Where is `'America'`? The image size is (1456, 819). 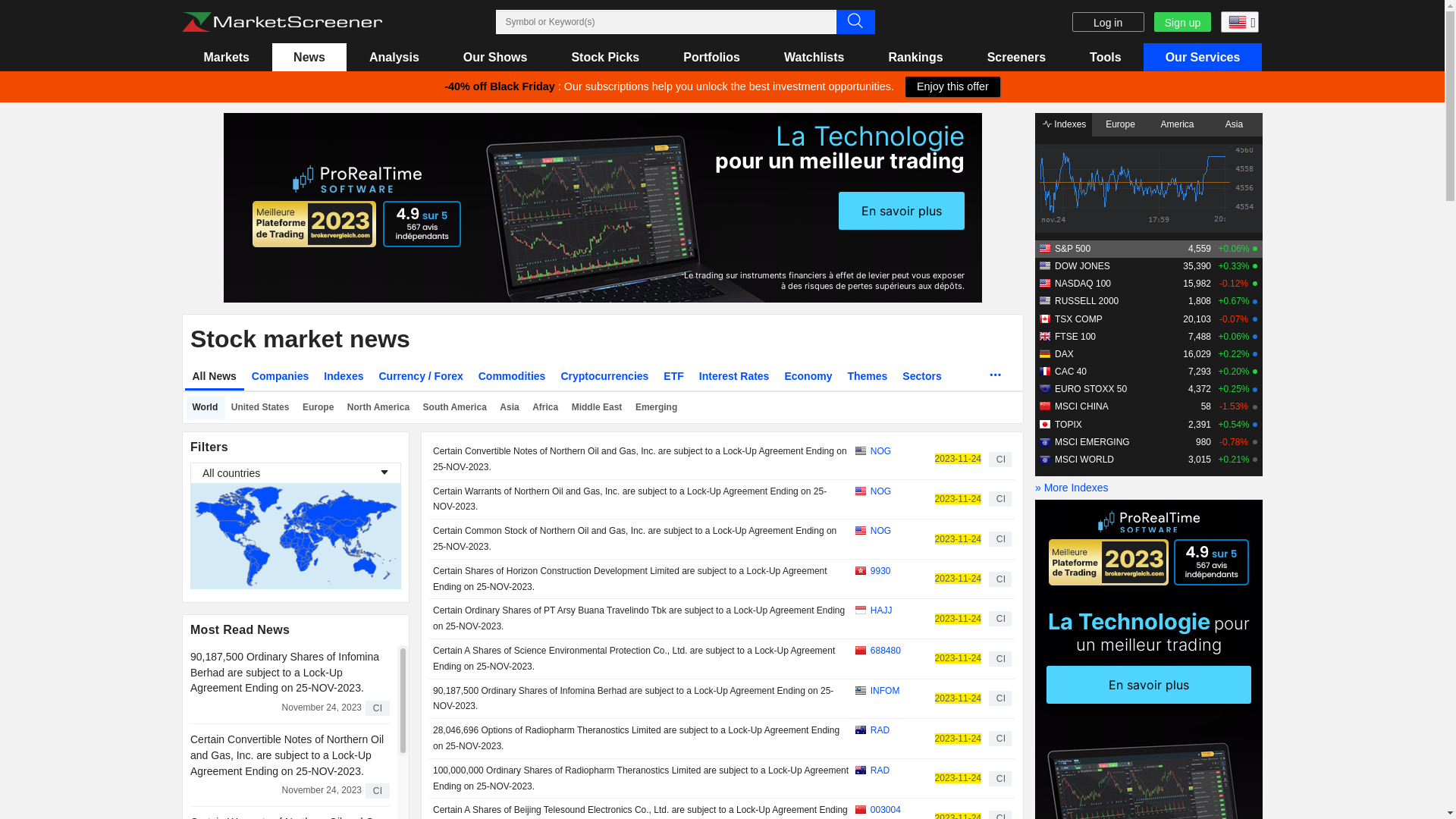 'America' is located at coordinates (1176, 124).